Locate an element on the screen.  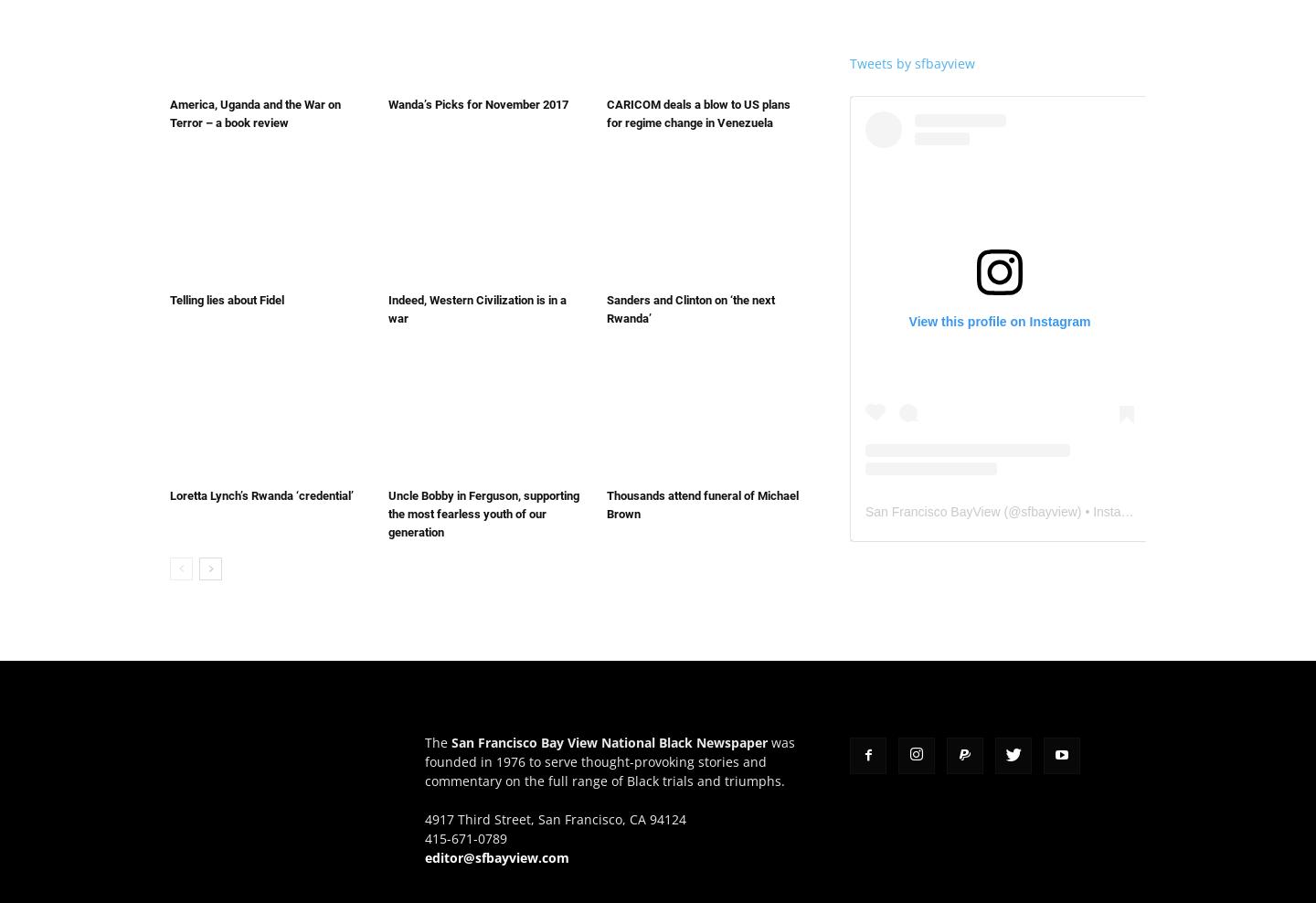
'San Francisco Bay View National Black Newspaper' is located at coordinates (610, 741).